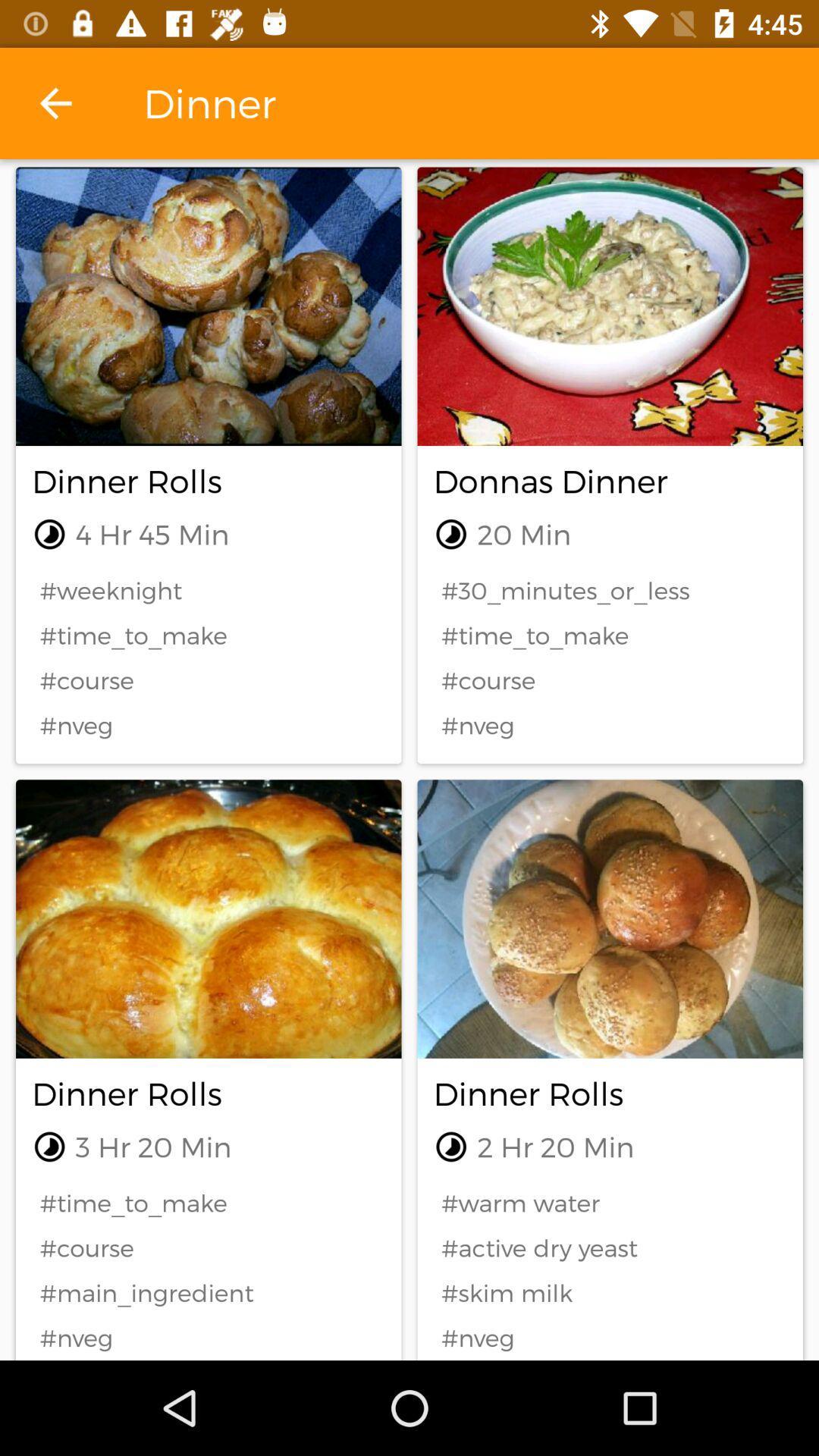 This screenshot has width=819, height=1456. I want to click on the icon next to #time_to_make, so click(609, 1247).